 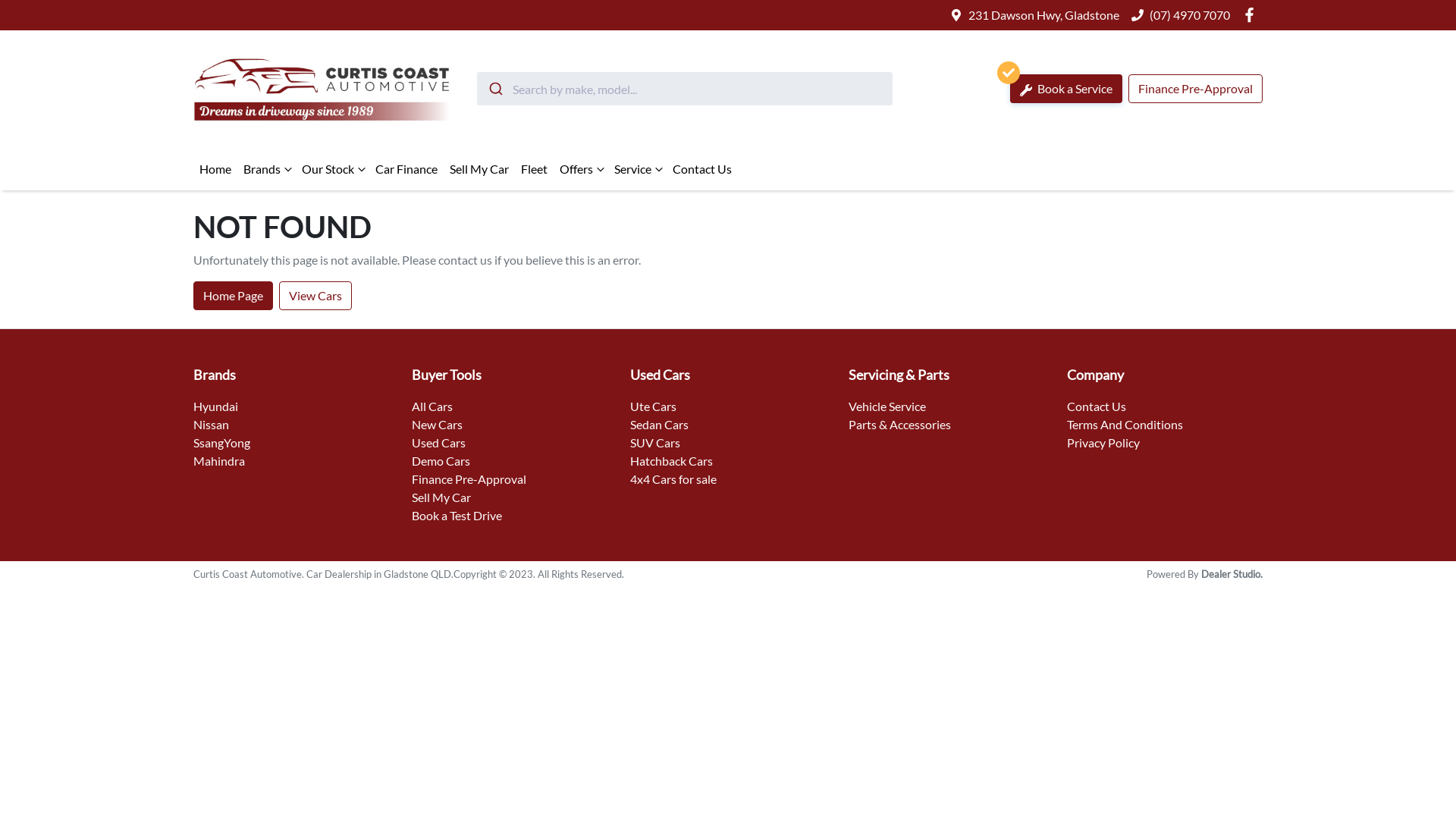 What do you see at coordinates (1043, 14) in the screenshot?
I see `'231 Dawson Hwy, Gladstone'` at bounding box center [1043, 14].